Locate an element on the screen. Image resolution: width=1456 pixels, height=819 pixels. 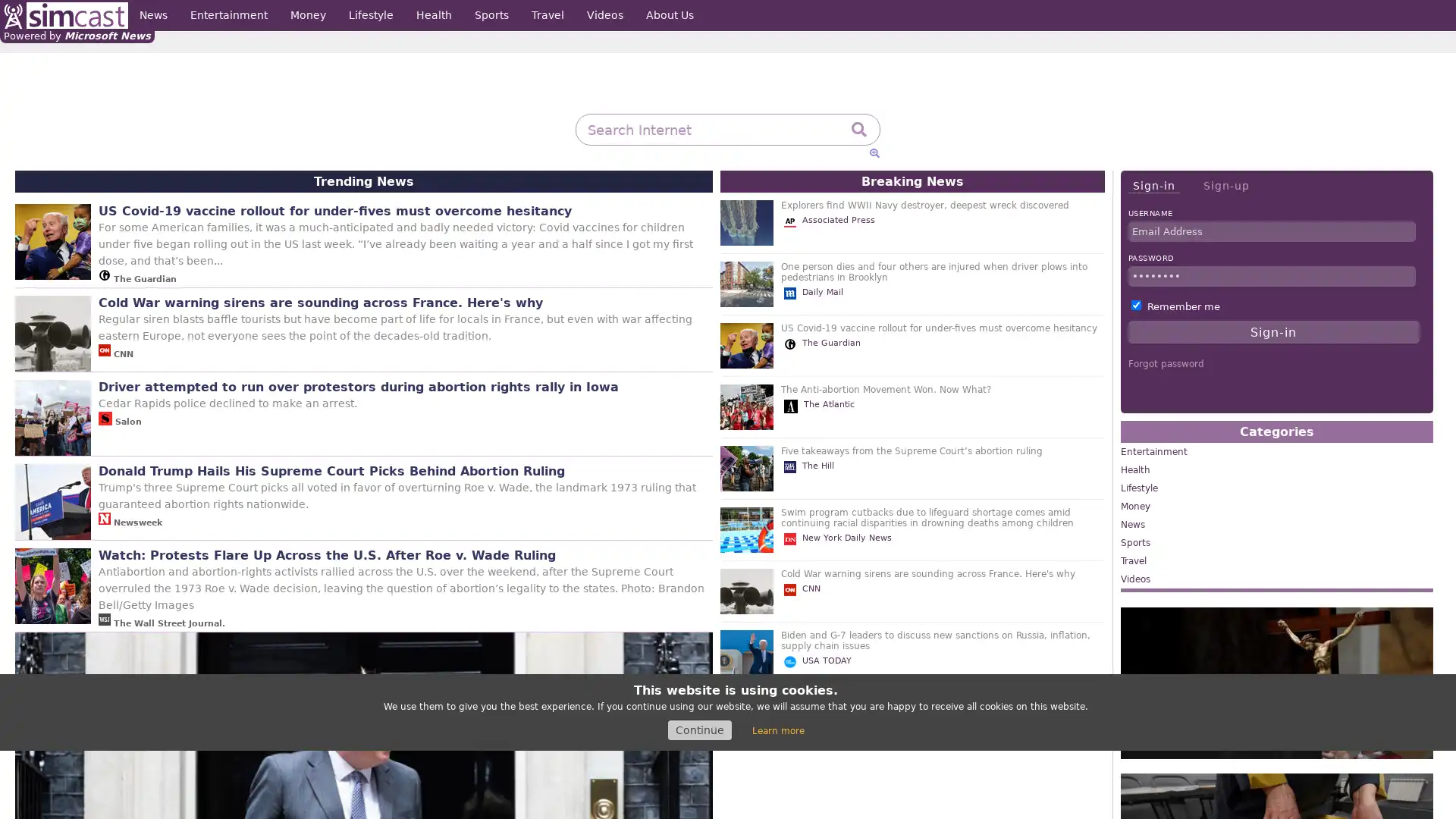
Sign-in is located at coordinates (1273, 331).